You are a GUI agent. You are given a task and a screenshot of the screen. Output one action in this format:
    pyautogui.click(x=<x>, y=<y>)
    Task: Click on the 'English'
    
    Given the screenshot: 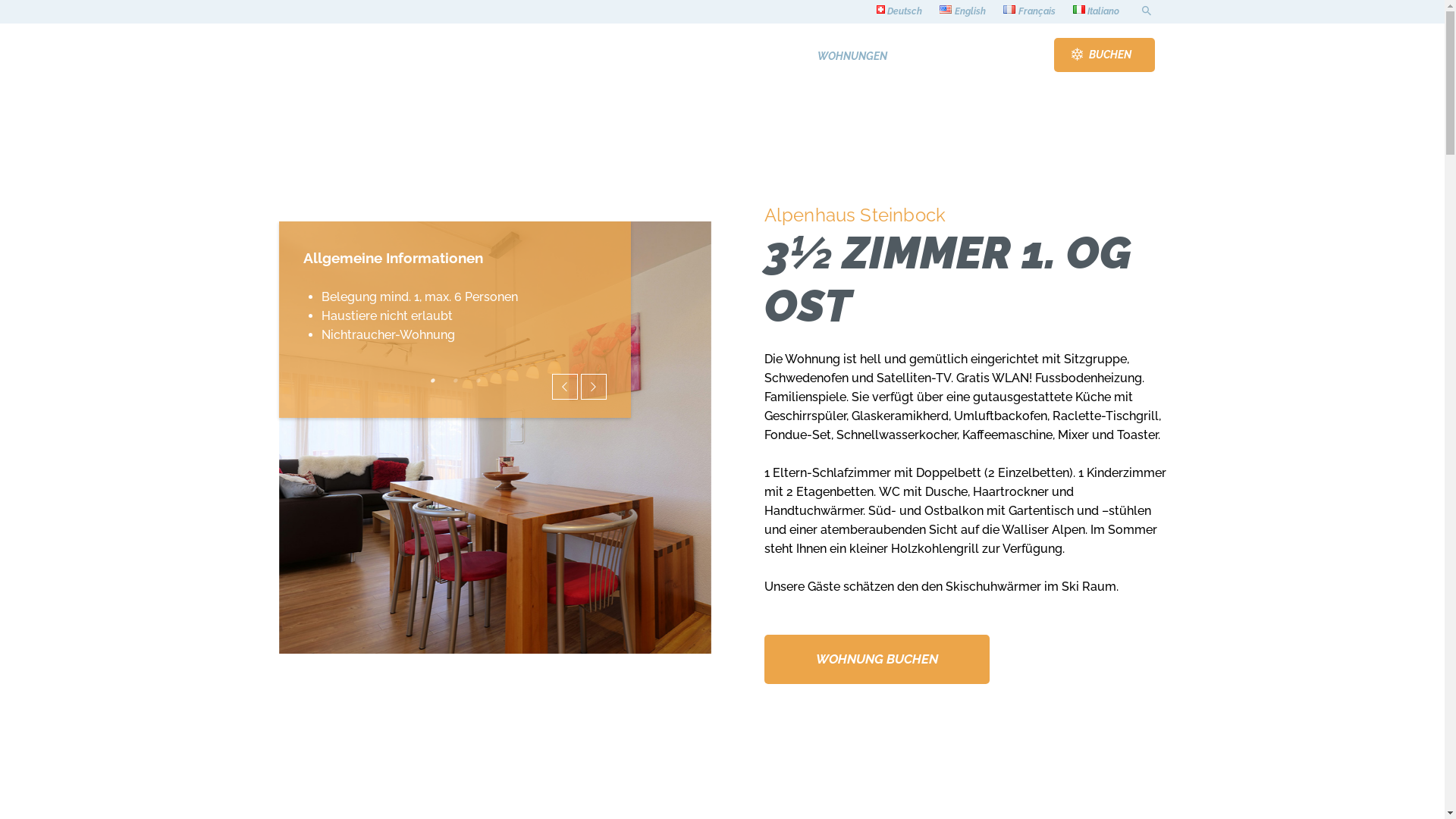 What is the action you would take?
    pyautogui.click(x=962, y=11)
    